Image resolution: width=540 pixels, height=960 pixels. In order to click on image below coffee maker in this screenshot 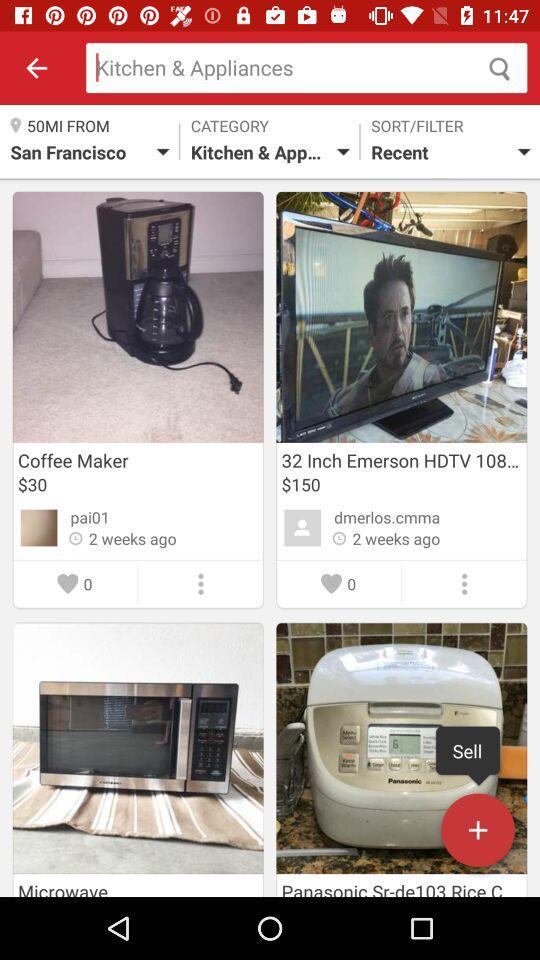, I will do `click(137, 759)`.